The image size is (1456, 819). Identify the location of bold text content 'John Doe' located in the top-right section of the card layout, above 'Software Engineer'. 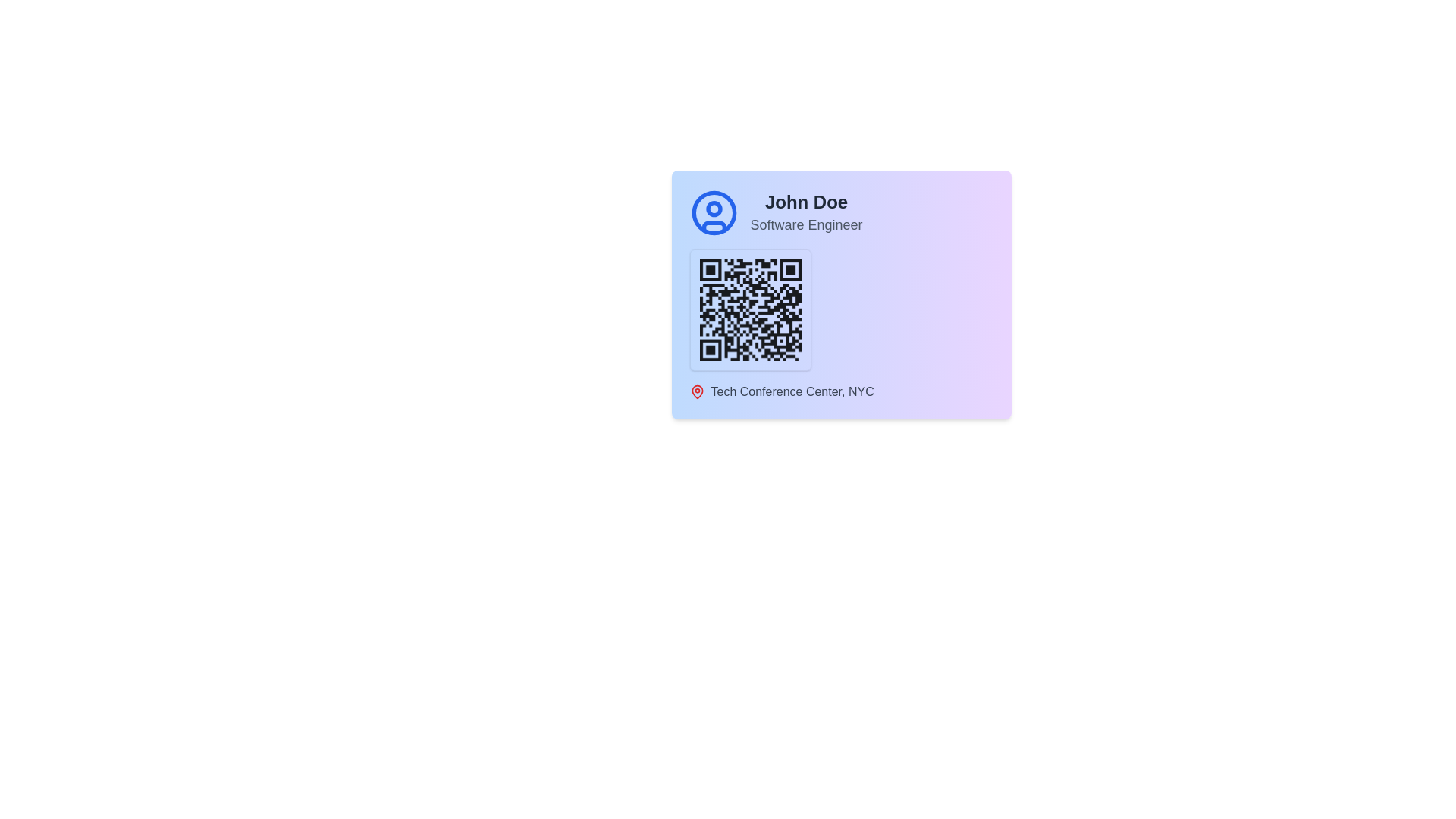
(805, 201).